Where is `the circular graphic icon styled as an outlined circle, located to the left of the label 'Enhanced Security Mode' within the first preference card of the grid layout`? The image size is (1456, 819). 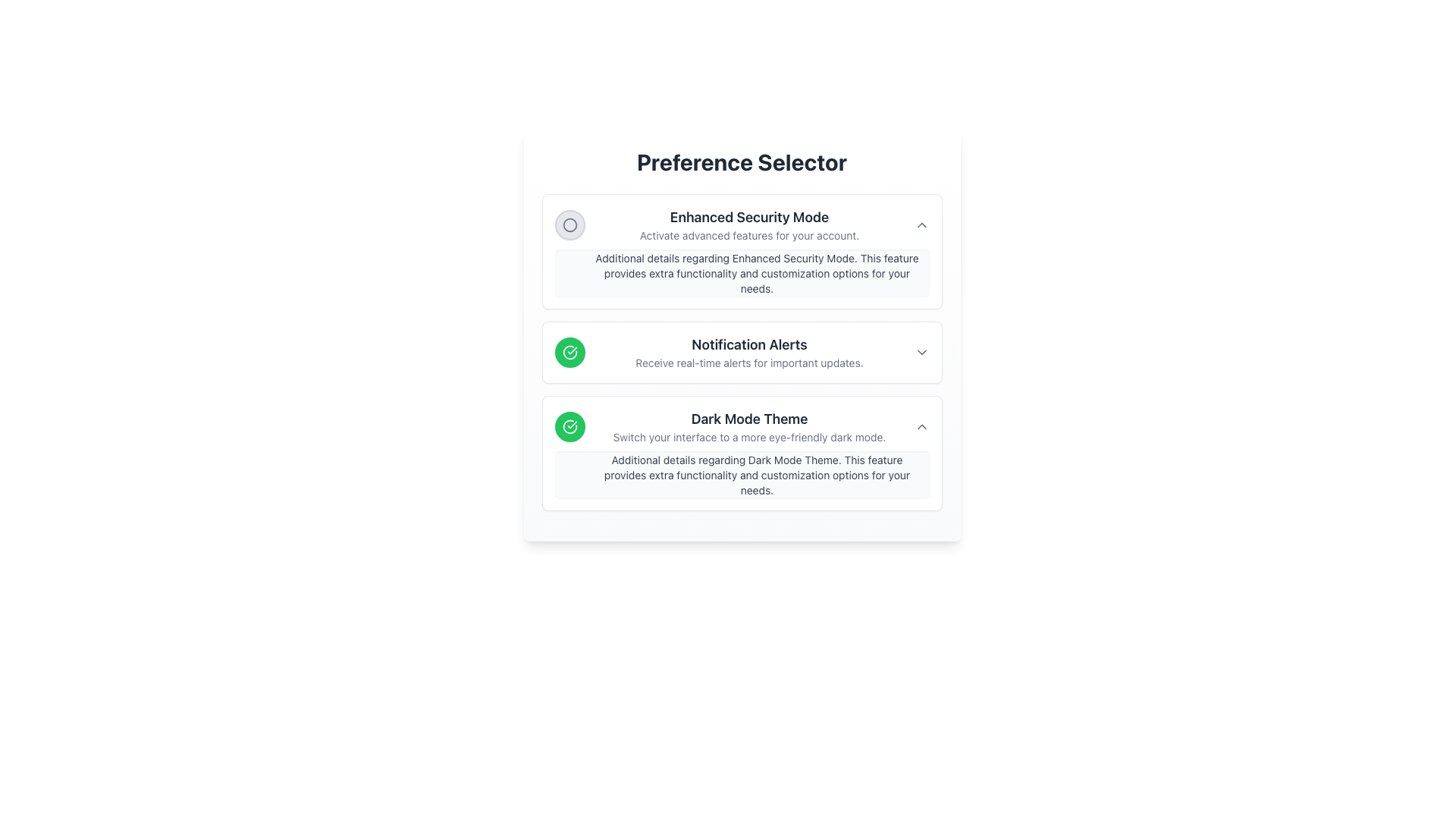
the circular graphic icon styled as an outlined circle, located to the left of the label 'Enhanced Security Mode' within the first preference card of the grid layout is located at coordinates (569, 225).